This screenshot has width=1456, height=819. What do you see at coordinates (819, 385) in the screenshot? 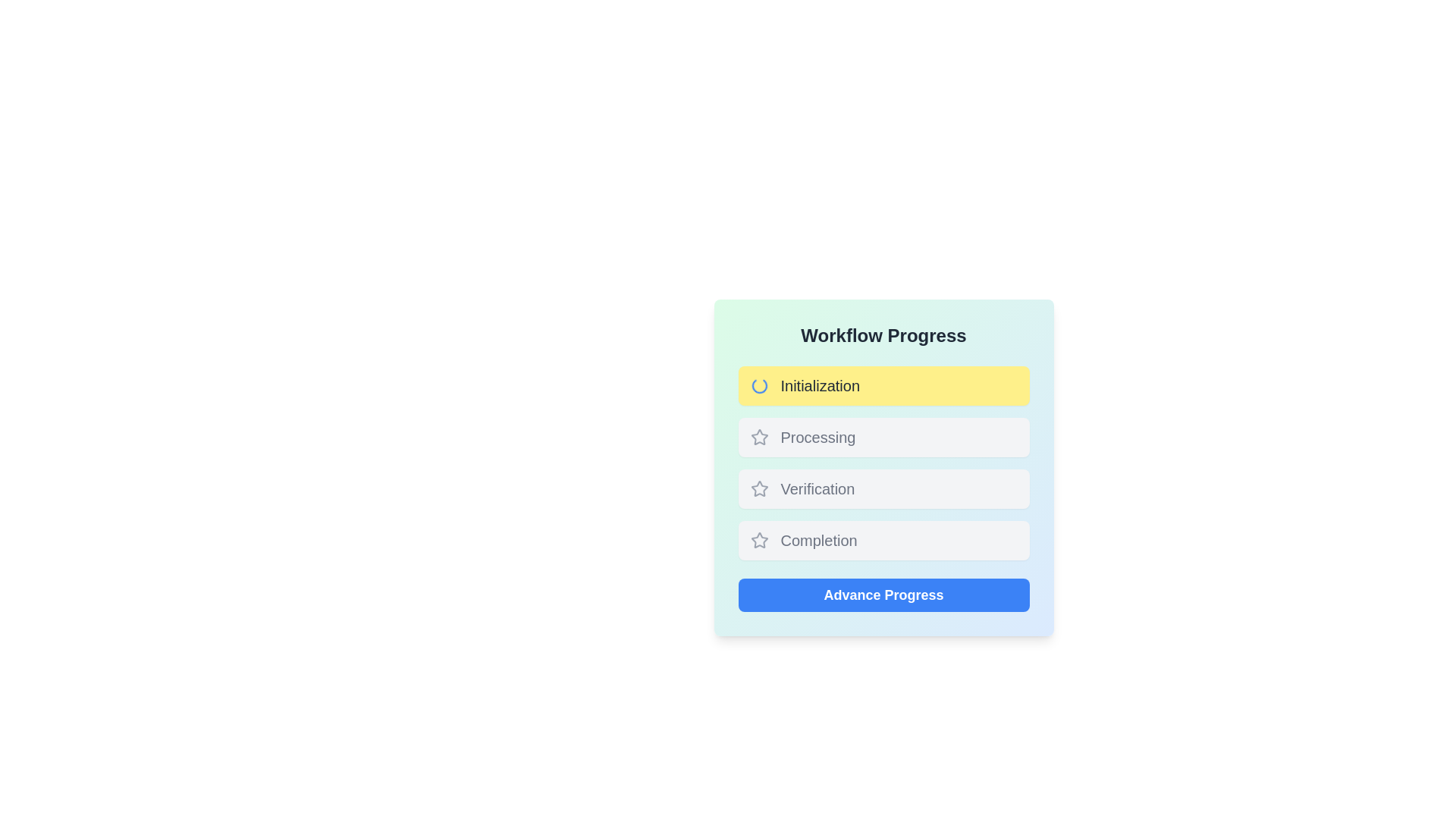
I see `the label that displays the word 'Initialization' in bold and dark gray font, located within a yellow background next to a spinning circular icon in the first item of a workflow progress list` at bounding box center [819, 385].